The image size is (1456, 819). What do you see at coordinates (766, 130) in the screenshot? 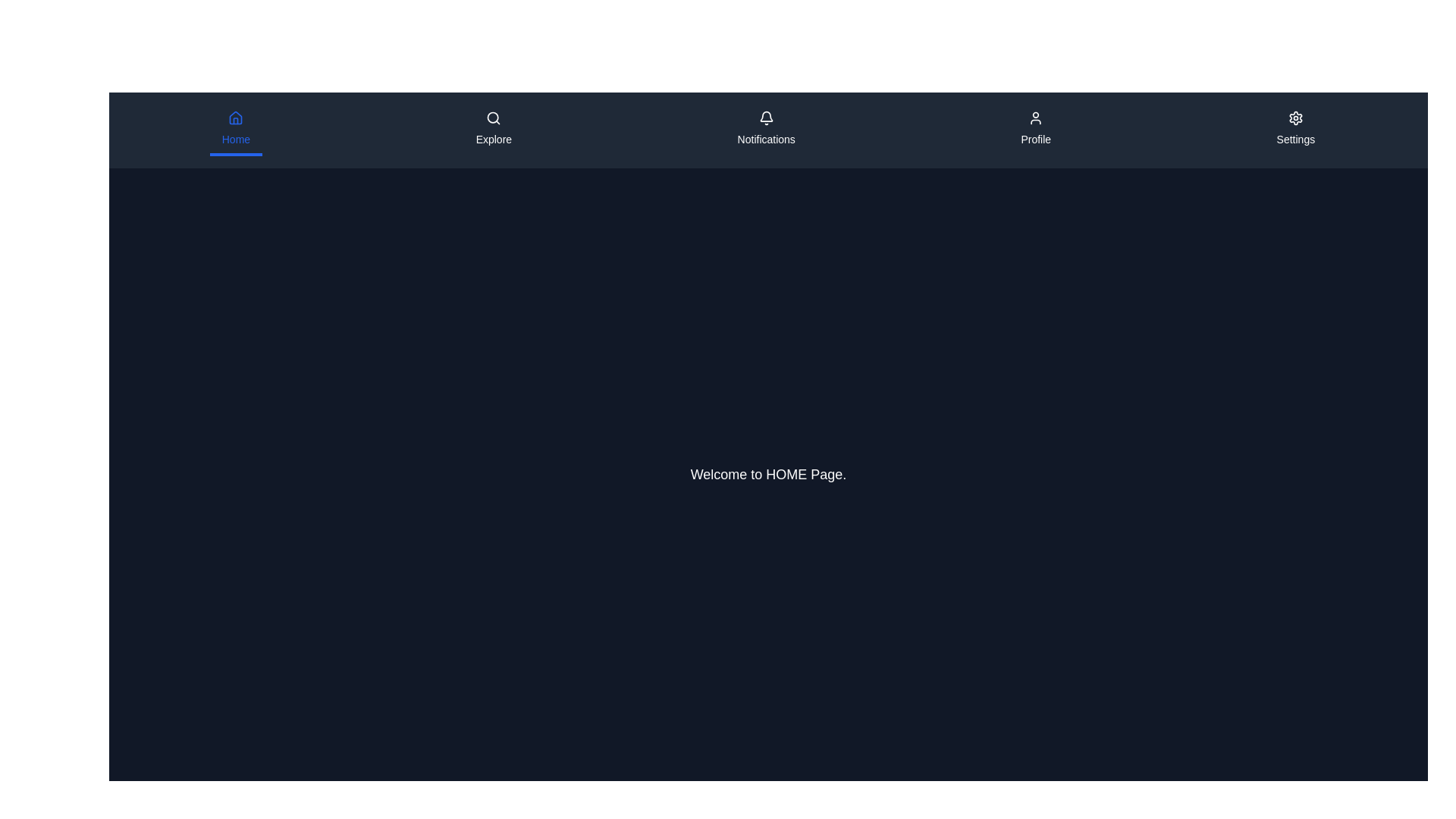
I see `the 'Notifications' button, which features a bell icon above the label 'Notifications', located in the top navigation bar, third from the left` at bounding box center [766, 130].